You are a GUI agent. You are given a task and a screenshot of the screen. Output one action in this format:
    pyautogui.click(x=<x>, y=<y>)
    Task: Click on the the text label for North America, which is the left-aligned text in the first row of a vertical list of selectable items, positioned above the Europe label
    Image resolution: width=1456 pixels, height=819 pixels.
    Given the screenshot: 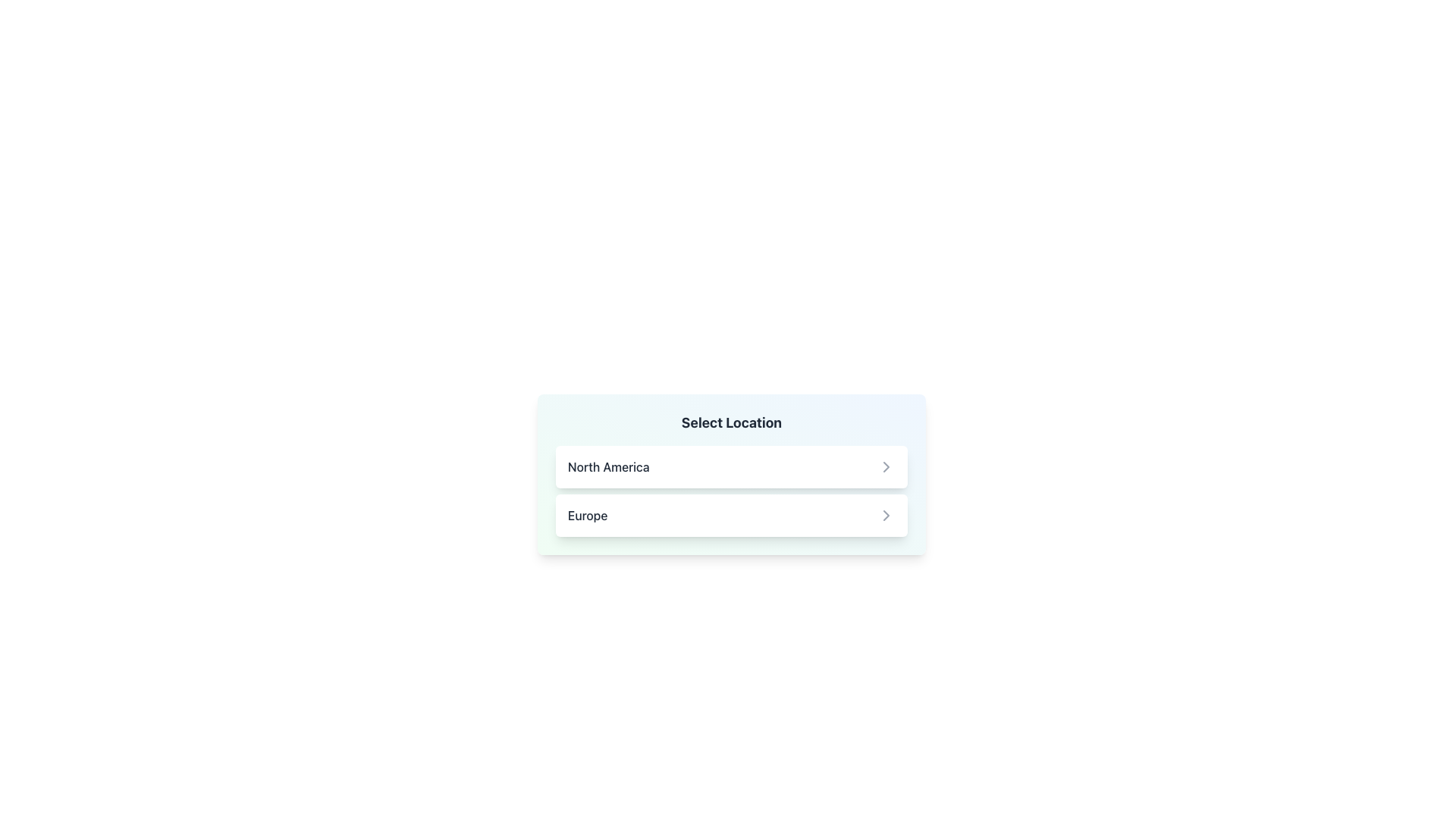 What is the action you would take?
    pyautogui.click(x=608, y=466)
    